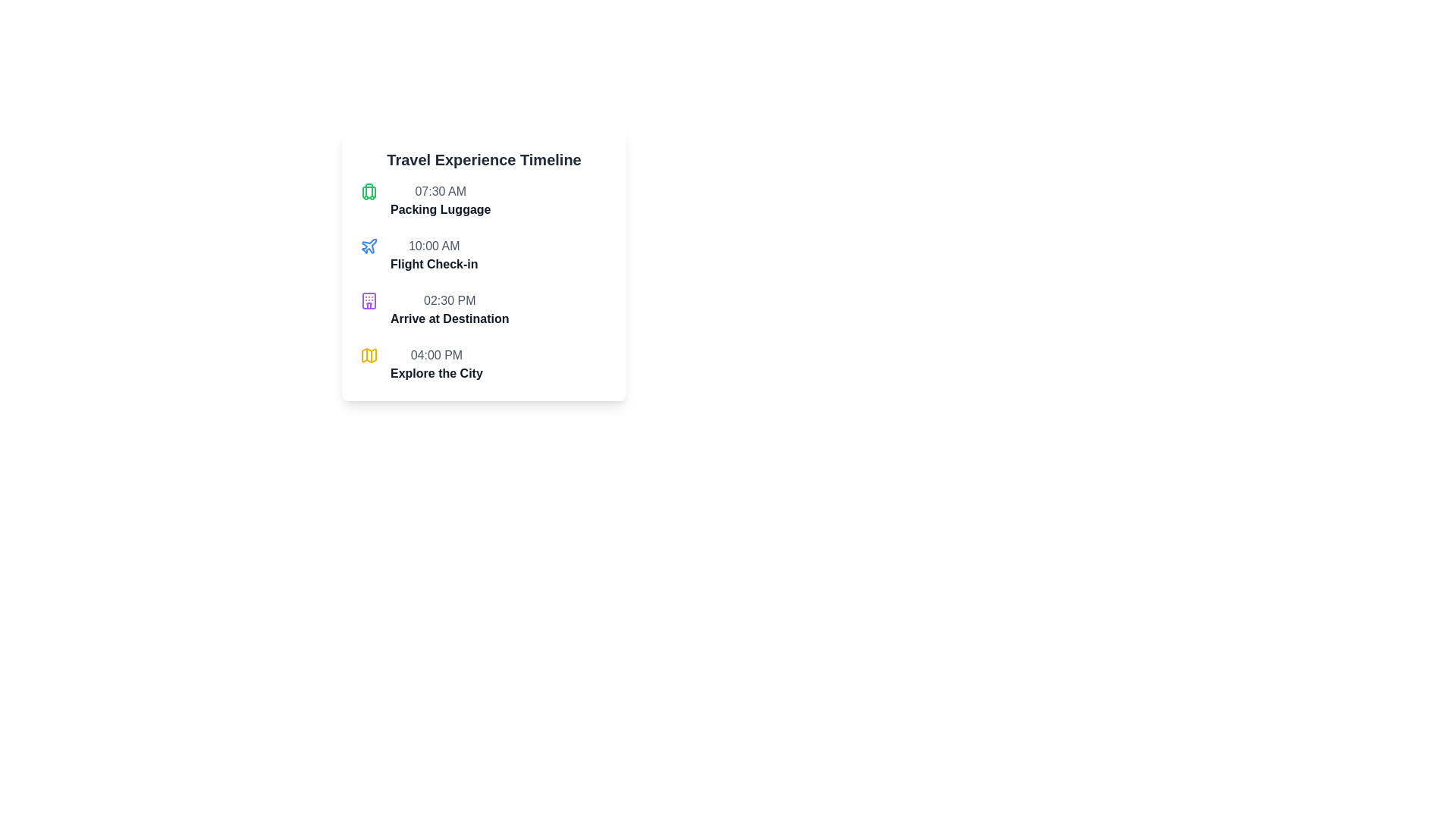  What do you see at coordinates (449, 309) in the screenshot?
I see `the text display element that shows '02:30 PM' and 'Arrive at Destination' in a timeline interface, positioned between '10:00 AM Flight Check-in' and '04:00 PM Explore the City'` at bounding box center [449, 309].